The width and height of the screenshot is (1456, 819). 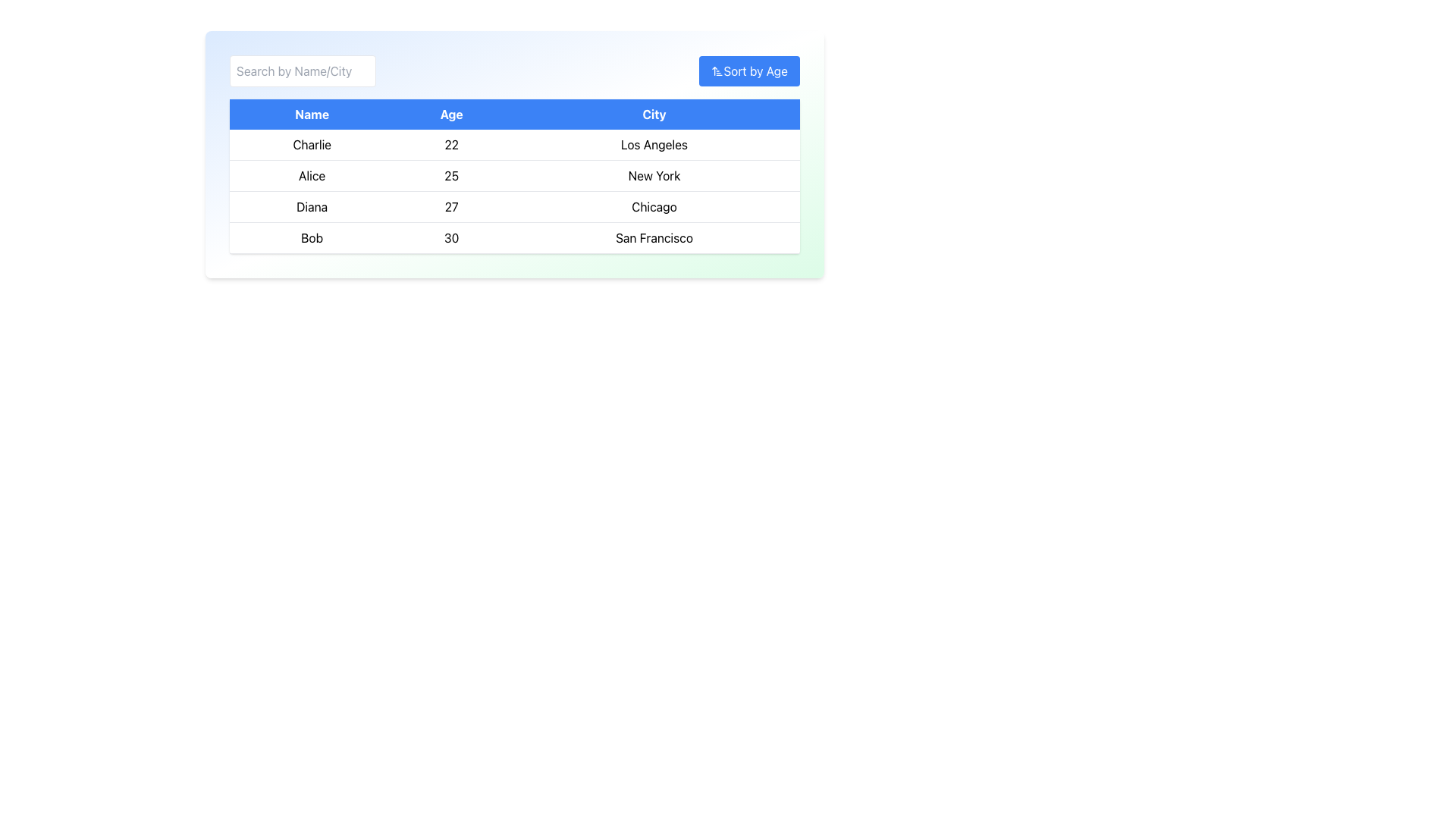 What do you see at coordinates (311, 207) in the screenshot?
I see `the text label displaying the word 'Diana' located in the first column of the third row of a table under the 'Name' column` at bounding box center [311, 207].